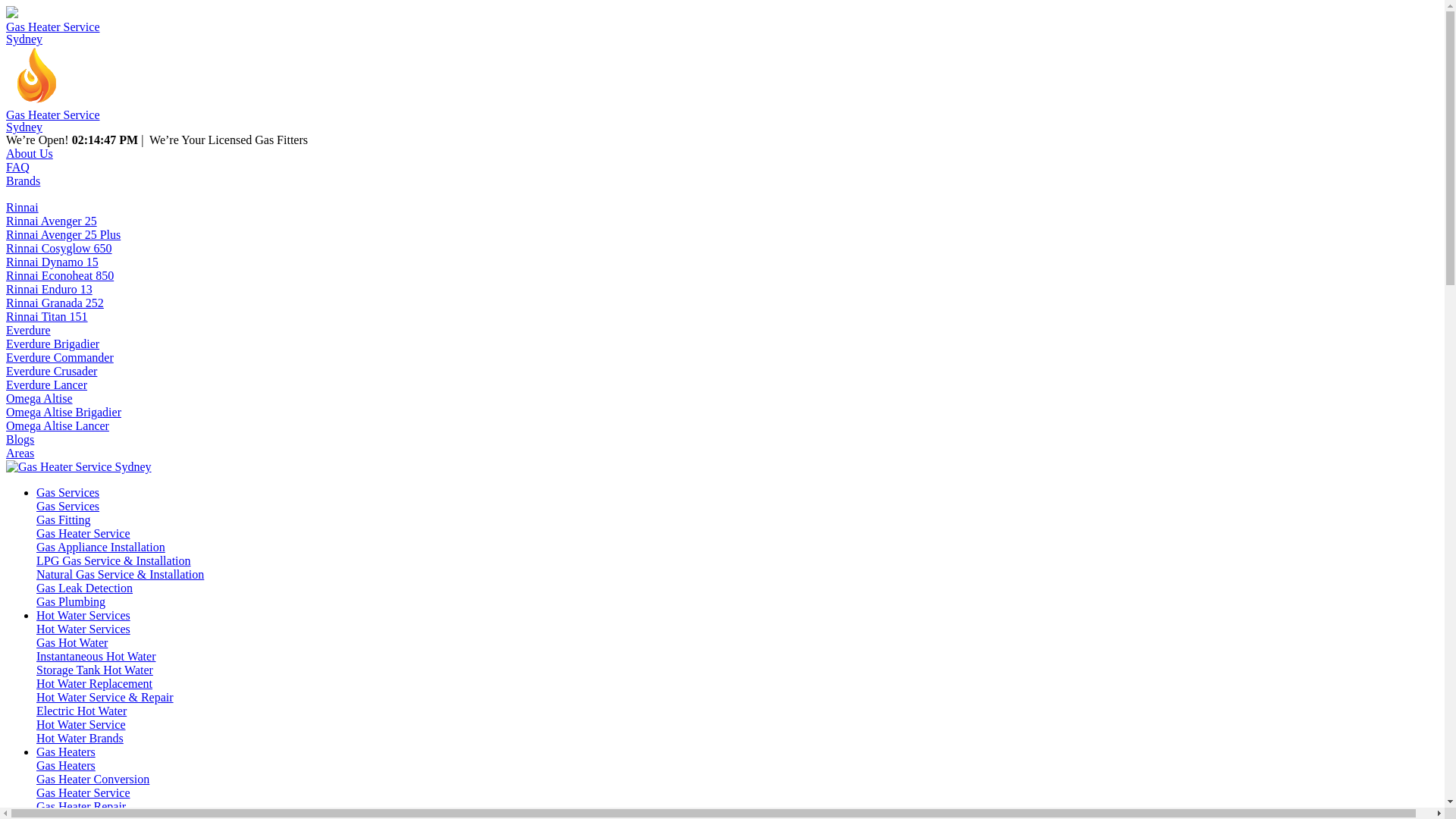 The width and height of the screenshot is (1456, 819). What do you see at coordinates (36, 765) in the screenshot?
I see `'Gas Heaters'` at bounding box center [36, 765].